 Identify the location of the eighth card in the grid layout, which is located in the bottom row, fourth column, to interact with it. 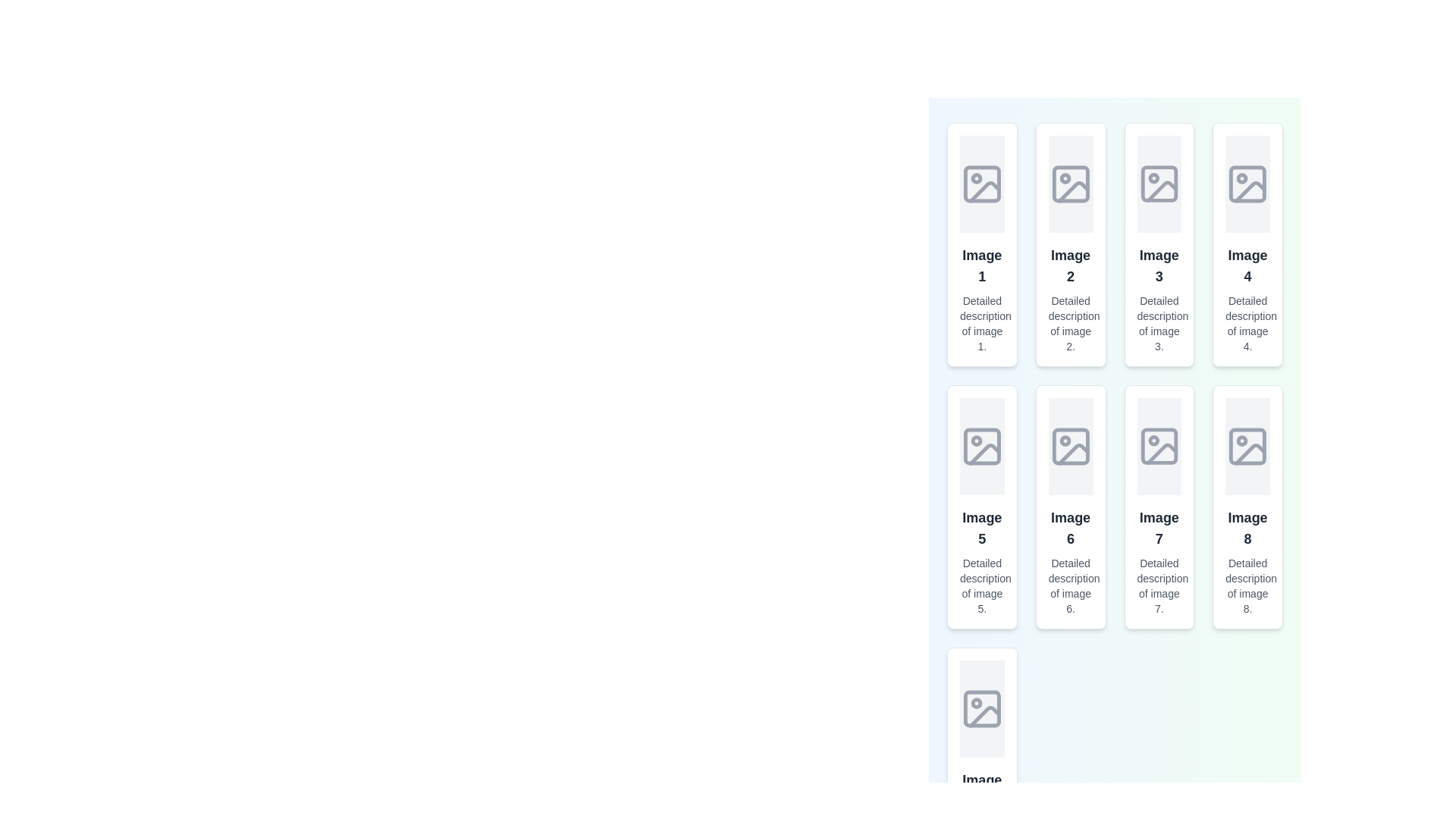
(1247, 507).